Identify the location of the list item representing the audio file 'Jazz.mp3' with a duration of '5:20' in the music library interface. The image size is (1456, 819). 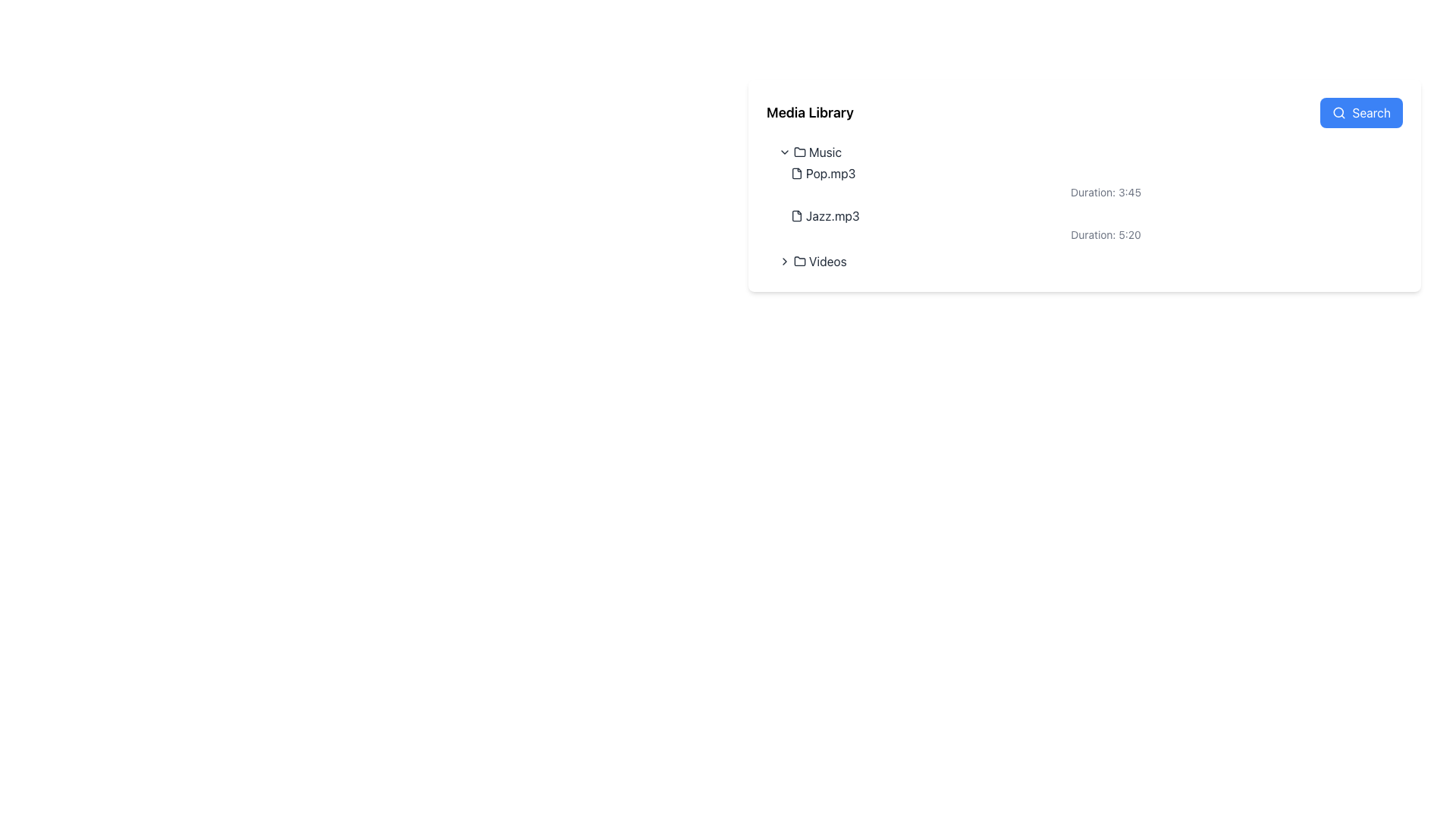
(1090, 225).